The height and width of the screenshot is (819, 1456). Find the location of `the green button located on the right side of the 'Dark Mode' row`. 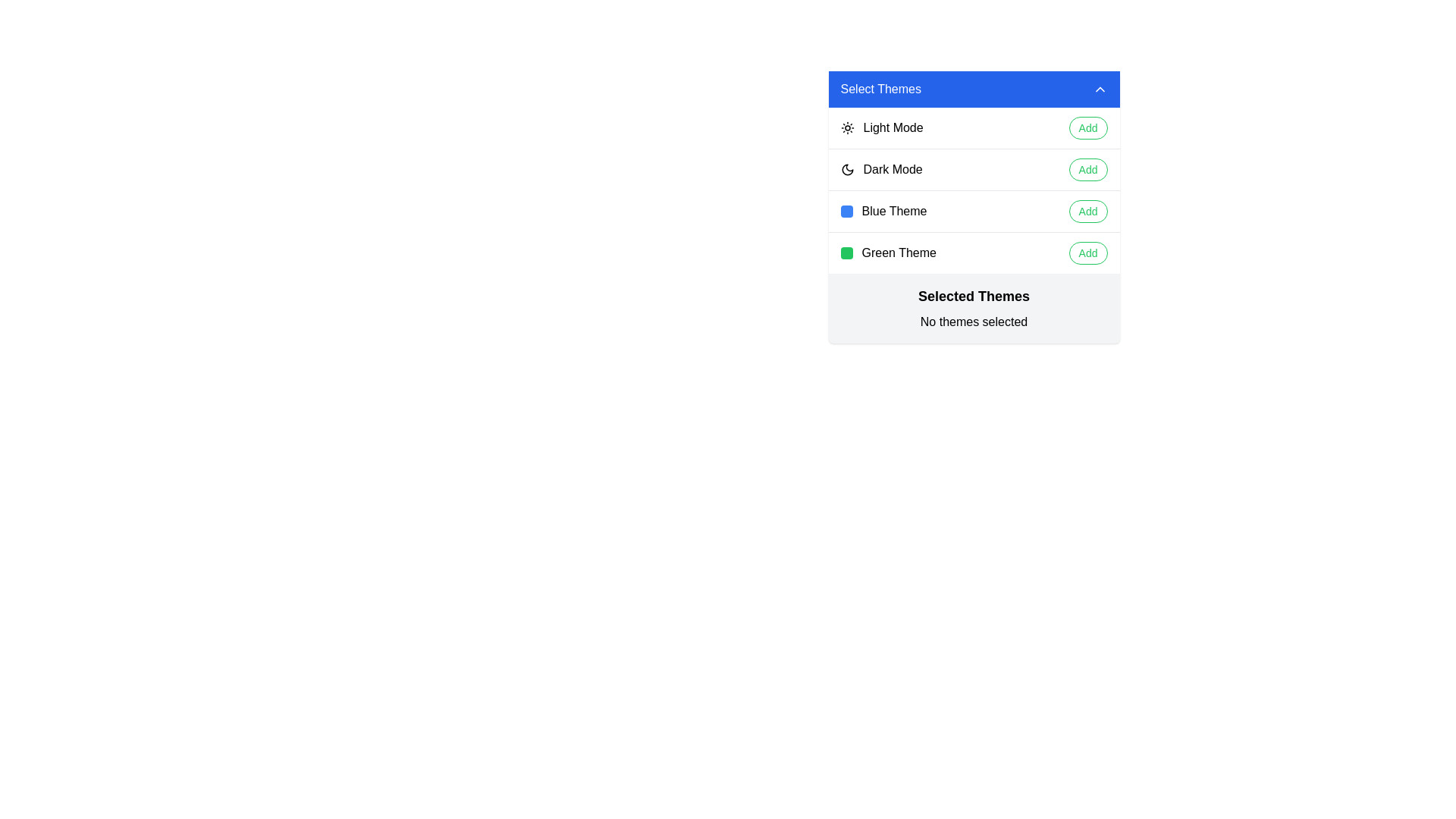

the green button located on the right side of the 'Dark Mode' row is located at coordinates (1087, 169).